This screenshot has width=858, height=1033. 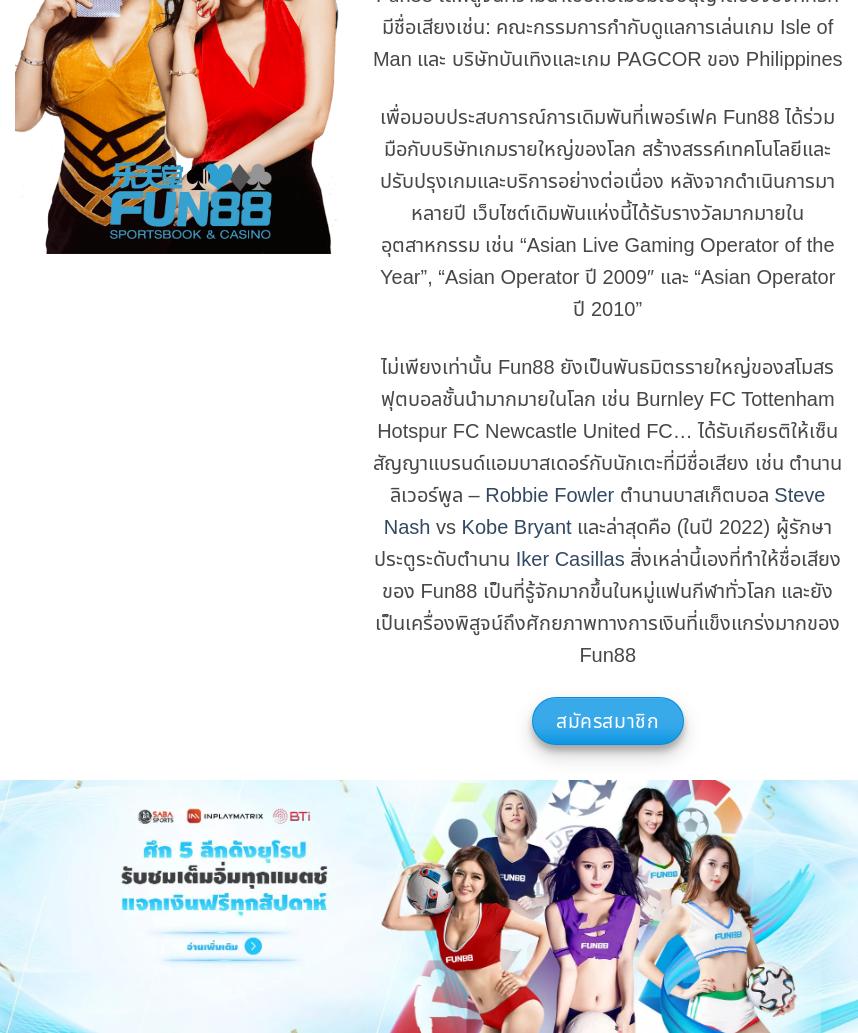 What do you see at coordinates (375, 604) in the screenshot?
I see `'สิ่งเหล่านี้เองที่ทำให้ชื่อเสียงของ Fun88 เป็นที่รู้จักมากขึ้นในหมู่แฟนกีฬาทั่วโลก และยังเป็นเครื่องพิสูจน์ถึงศักยภาพทางการเงินที่แข็งแกร่งมากของ Fun88'` at bounding box center [375, 604].